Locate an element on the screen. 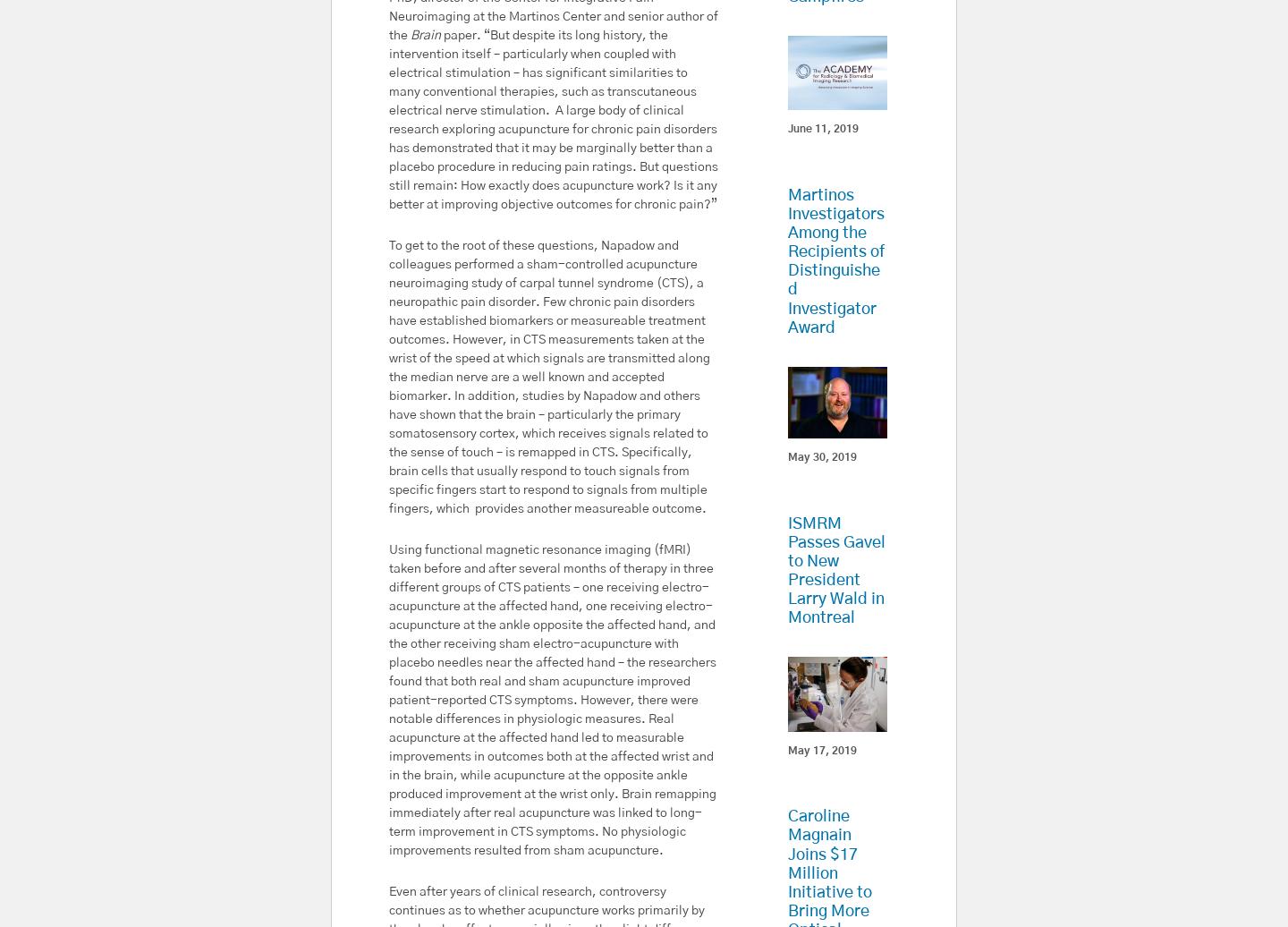  'June 11, 2019' is located at coordinates (822, 129).